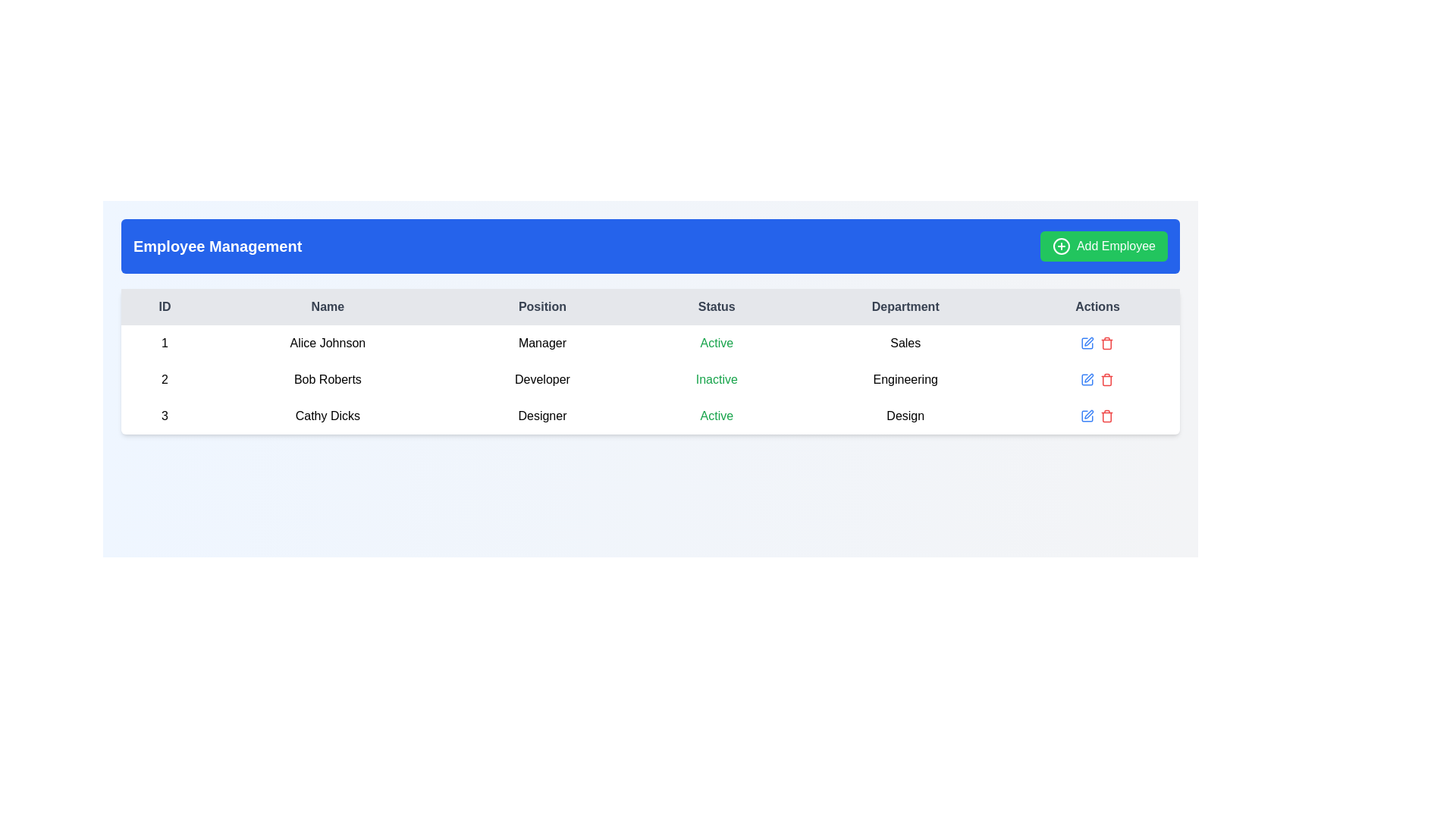 The height and width of the screenshot is (819, 1456). Describe the element at coordinates (327, 416) in the screenshot. I see `the Text label displaying the employee's name in the third row of the employee management table, located under the 'Name' column` at that location.